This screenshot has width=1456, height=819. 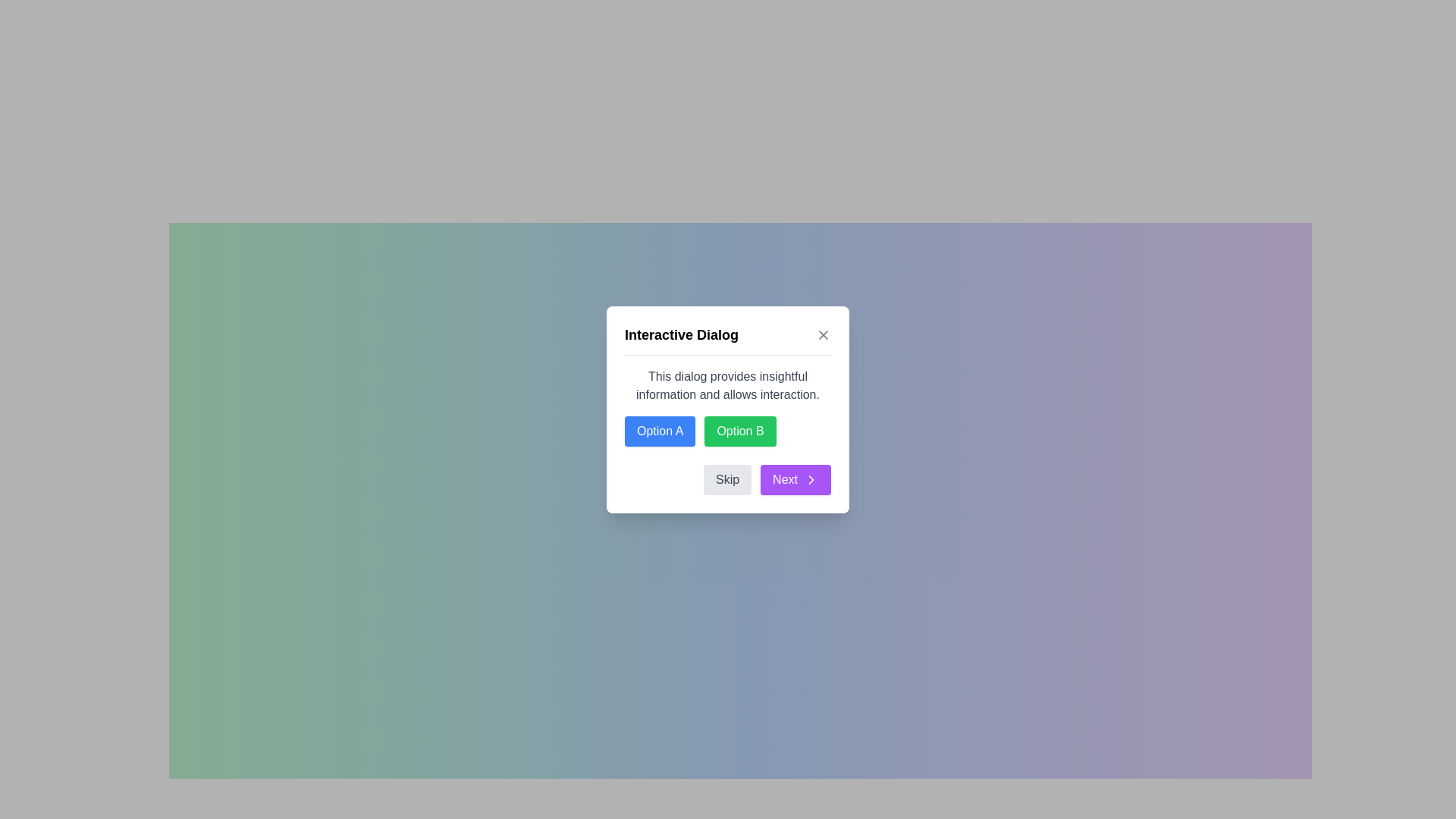 I want to click on the 'Option A' button located in the dialog box, positioned to the left of 'Option B', so click(x=660, y=431).